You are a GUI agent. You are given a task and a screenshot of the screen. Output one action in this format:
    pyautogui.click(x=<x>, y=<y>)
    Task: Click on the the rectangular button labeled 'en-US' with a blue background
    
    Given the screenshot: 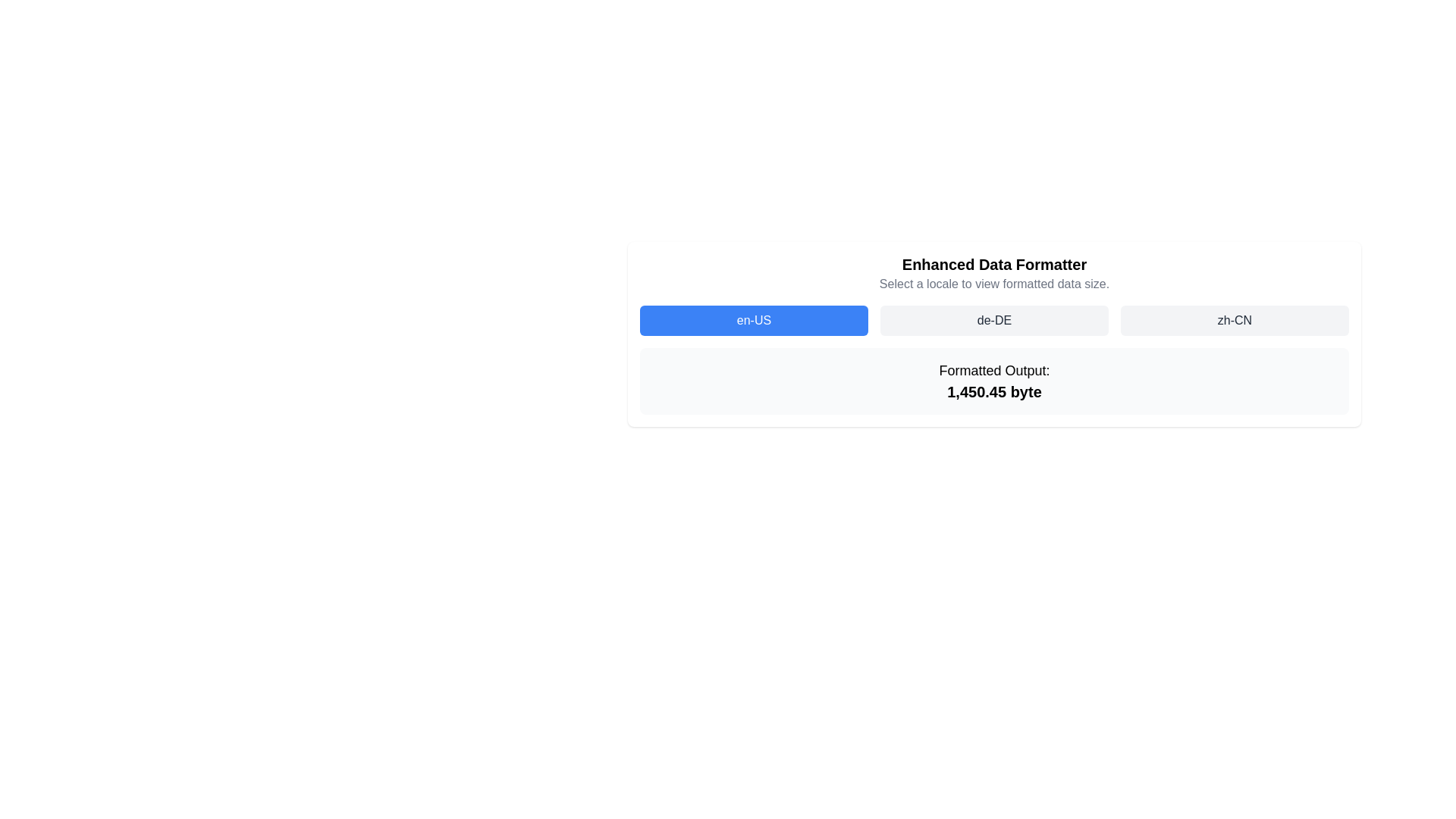 What is the action you would take?
    pyautogui.click(x=754, y=320)
    